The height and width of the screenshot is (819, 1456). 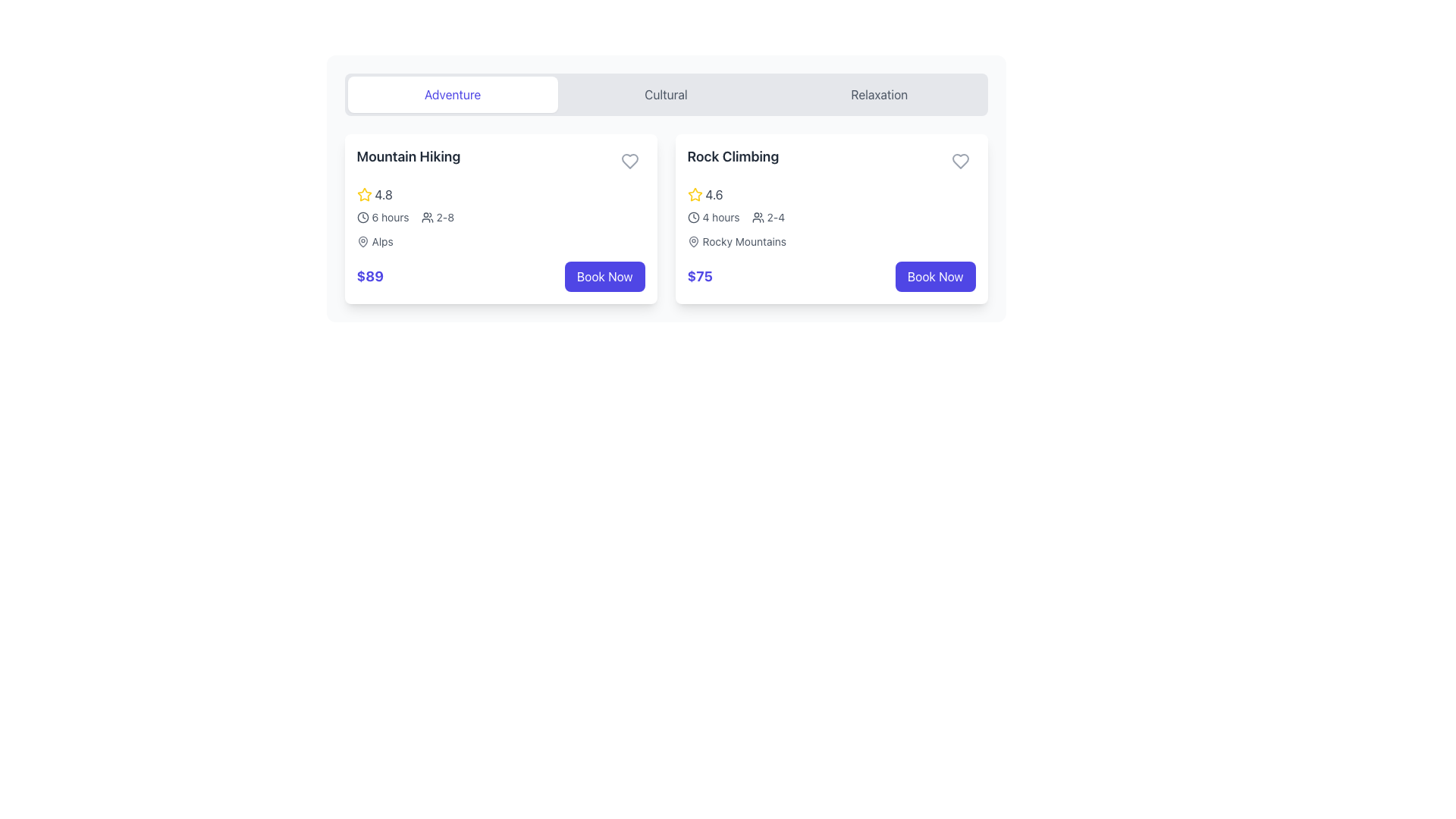 I want to click on text '6 hours' located in the Mountain Hiking section, positioned below the '4.8' rating and above the '2-8' group size details, so click(x=382, y=217).